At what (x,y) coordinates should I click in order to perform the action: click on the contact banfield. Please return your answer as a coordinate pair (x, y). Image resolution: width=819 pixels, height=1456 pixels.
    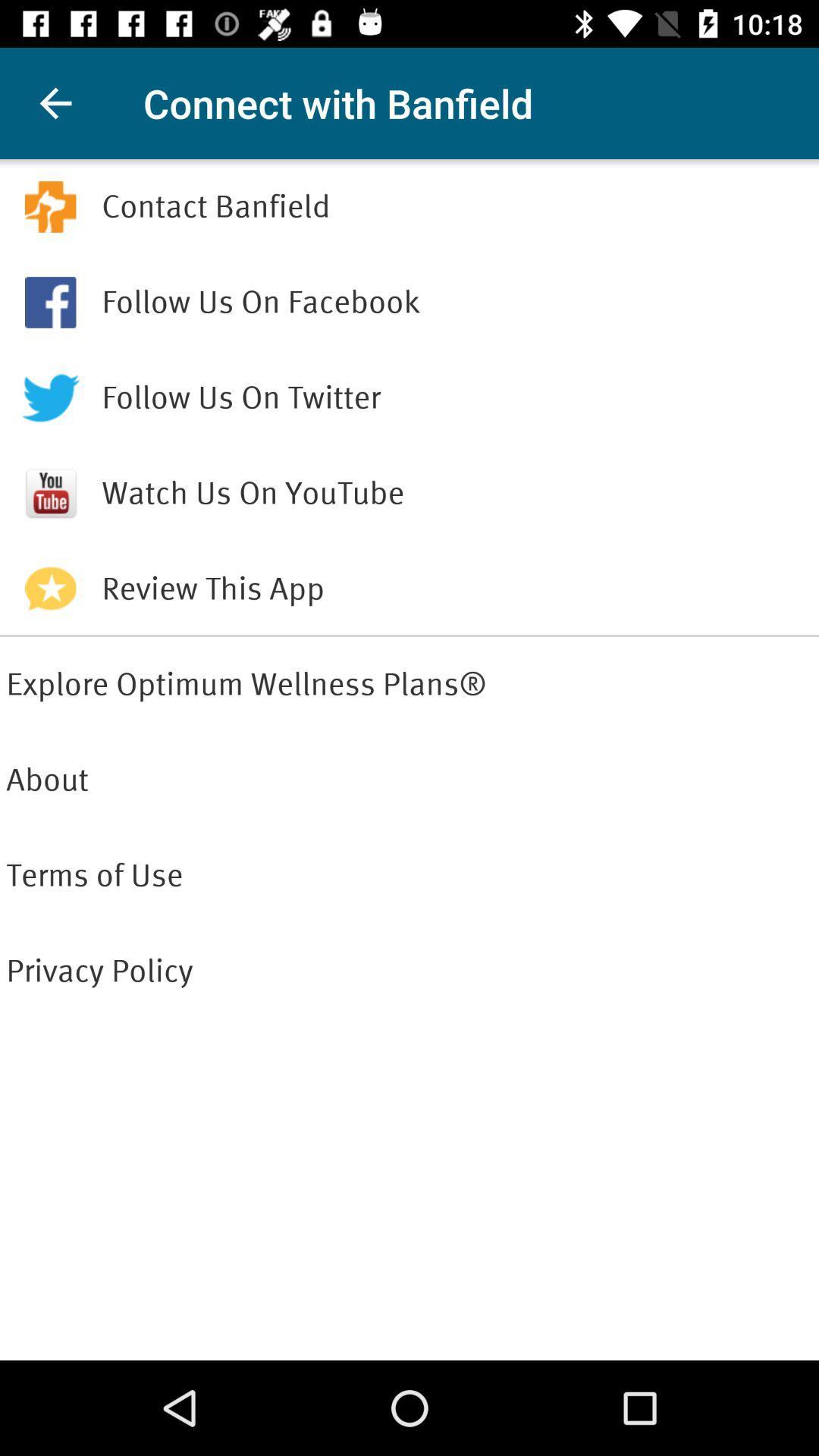
    Looking at the image, I should click on (456, 206).